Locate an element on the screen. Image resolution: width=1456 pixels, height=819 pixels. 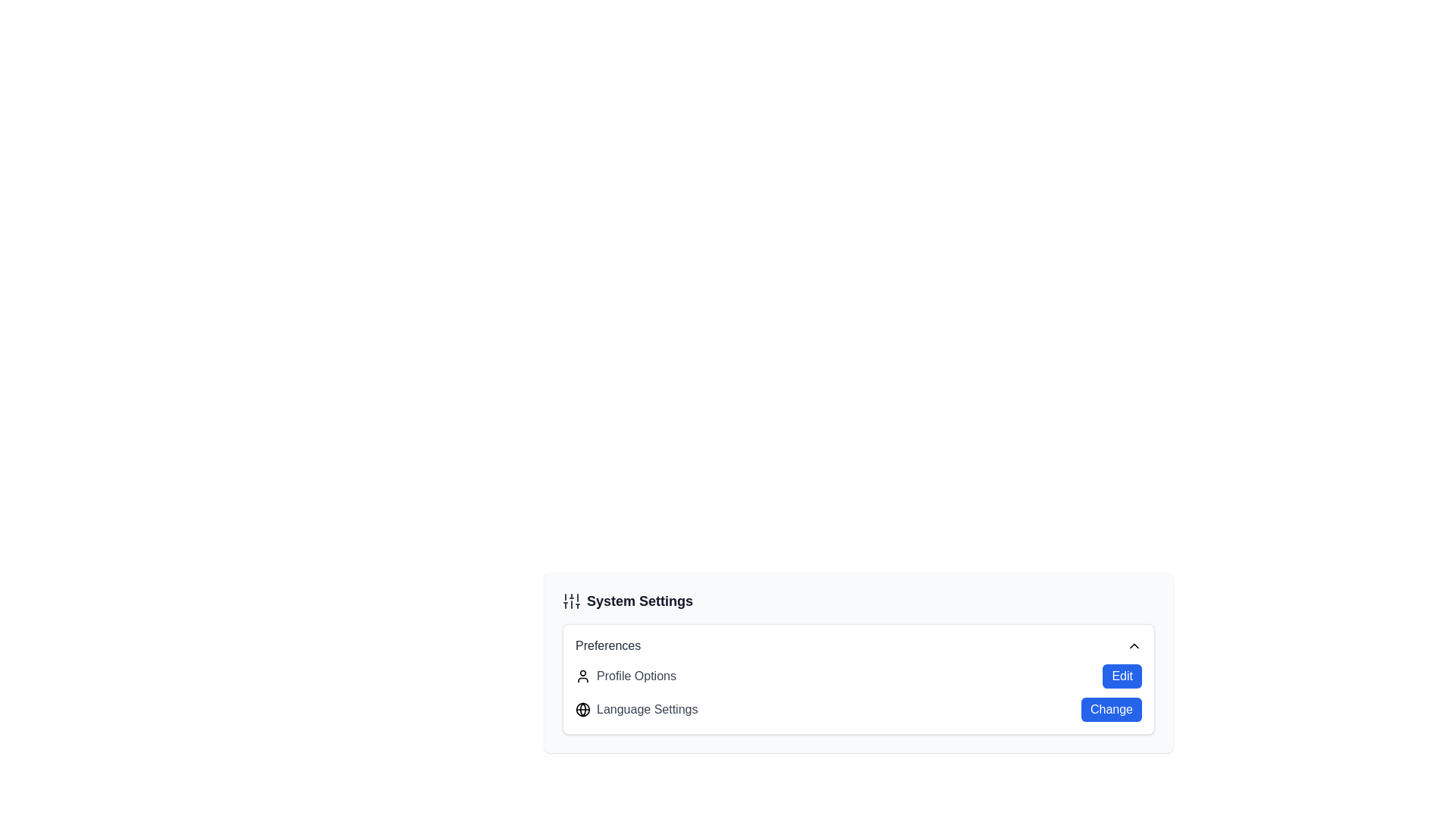
the first list item labeled 'Profile Options' with an actionable 'Edit' button in the 'Preferences' section is located at coordinates (858, 675).